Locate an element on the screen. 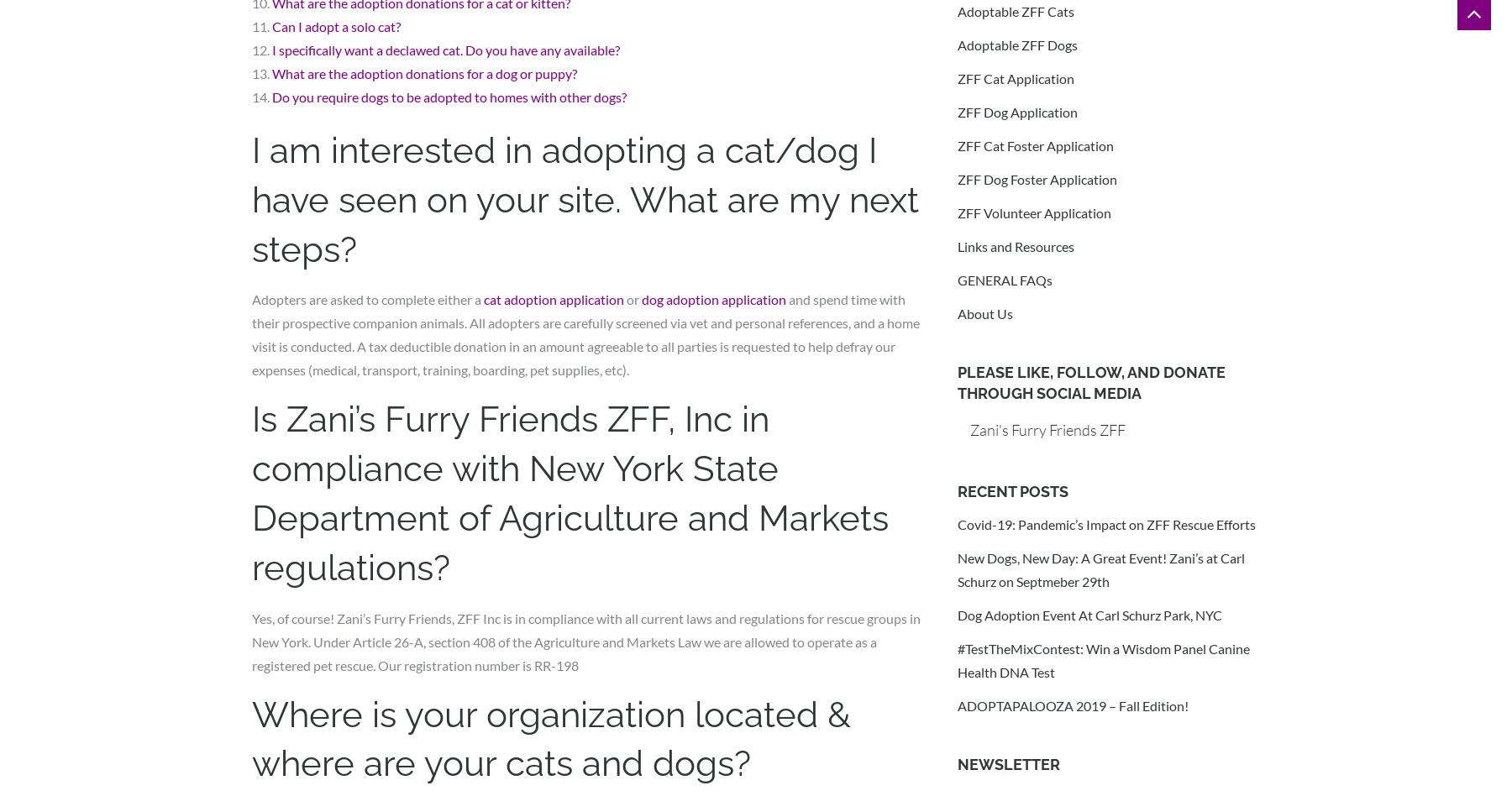 The image size is (1512, 796). 'Zani's Furry Friends ZFF' is located at coordinates (1047, 428).